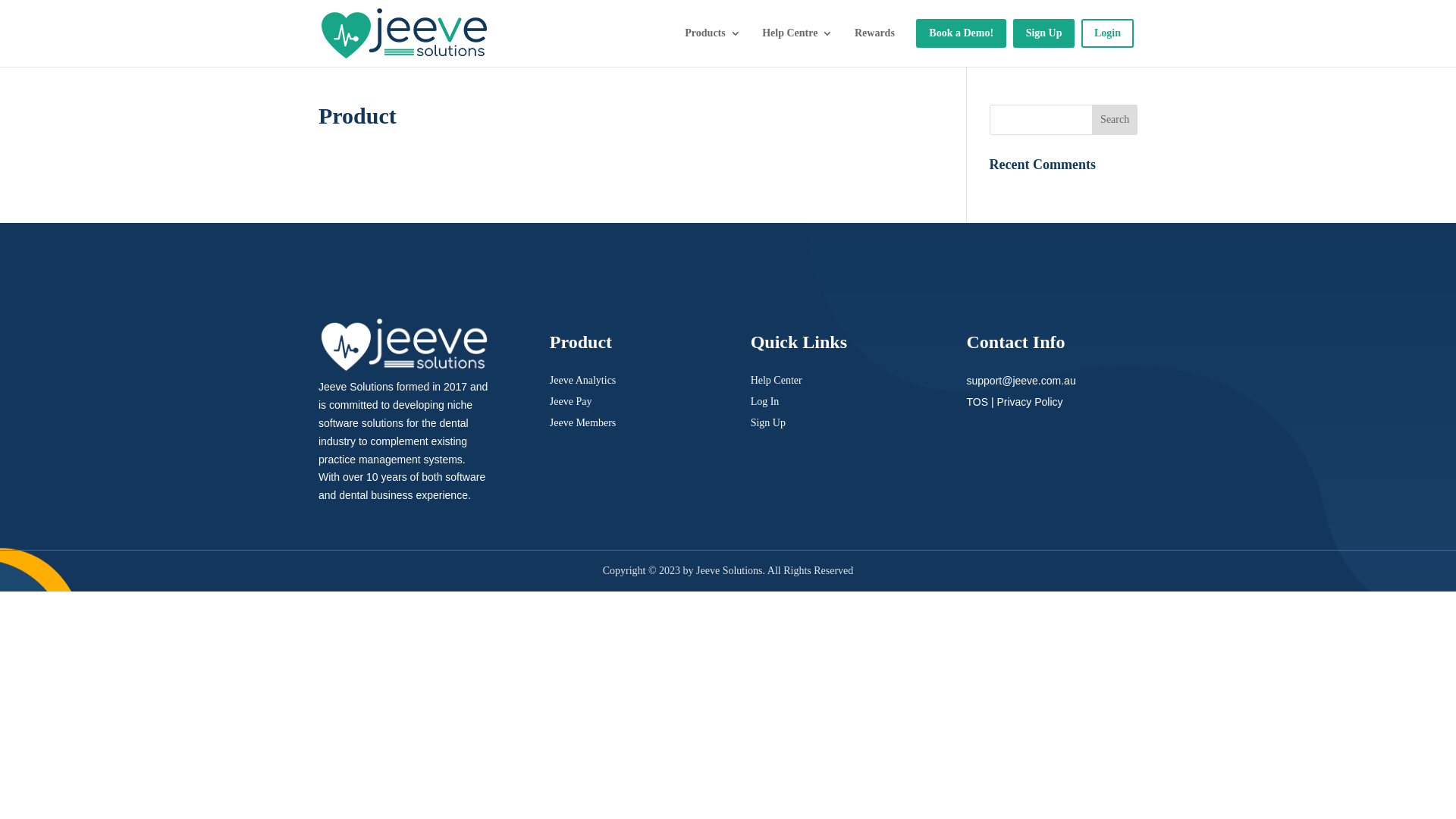 The height and width of the screenshot is (819, 1456). Describe the element at coordinates (1107, 33) in the screenshot. I see `'Login'` at that location.